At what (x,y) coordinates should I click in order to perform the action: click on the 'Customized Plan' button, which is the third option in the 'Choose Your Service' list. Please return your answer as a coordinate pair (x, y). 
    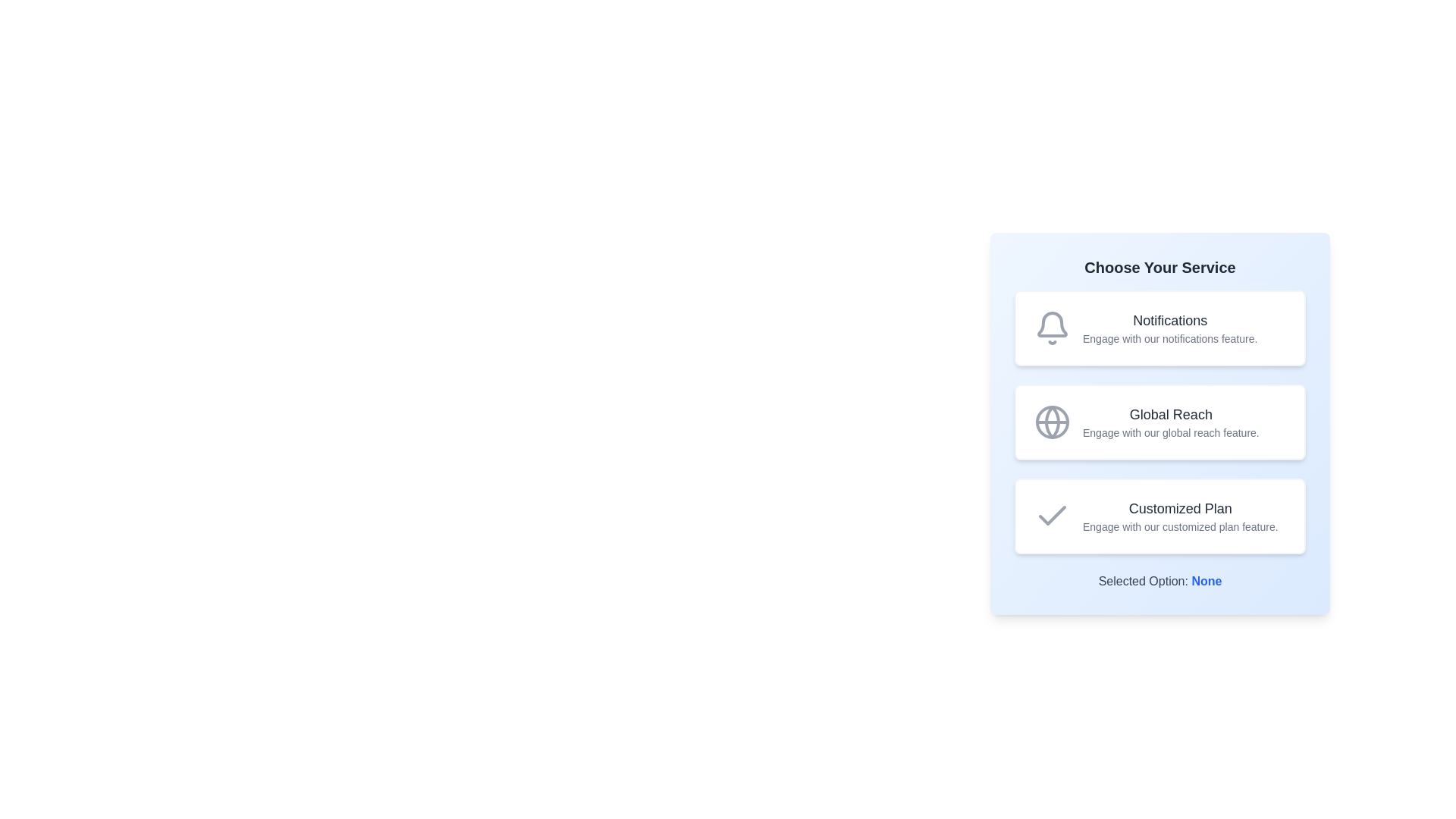
    Looking at the image, I should click on (1159, 516).